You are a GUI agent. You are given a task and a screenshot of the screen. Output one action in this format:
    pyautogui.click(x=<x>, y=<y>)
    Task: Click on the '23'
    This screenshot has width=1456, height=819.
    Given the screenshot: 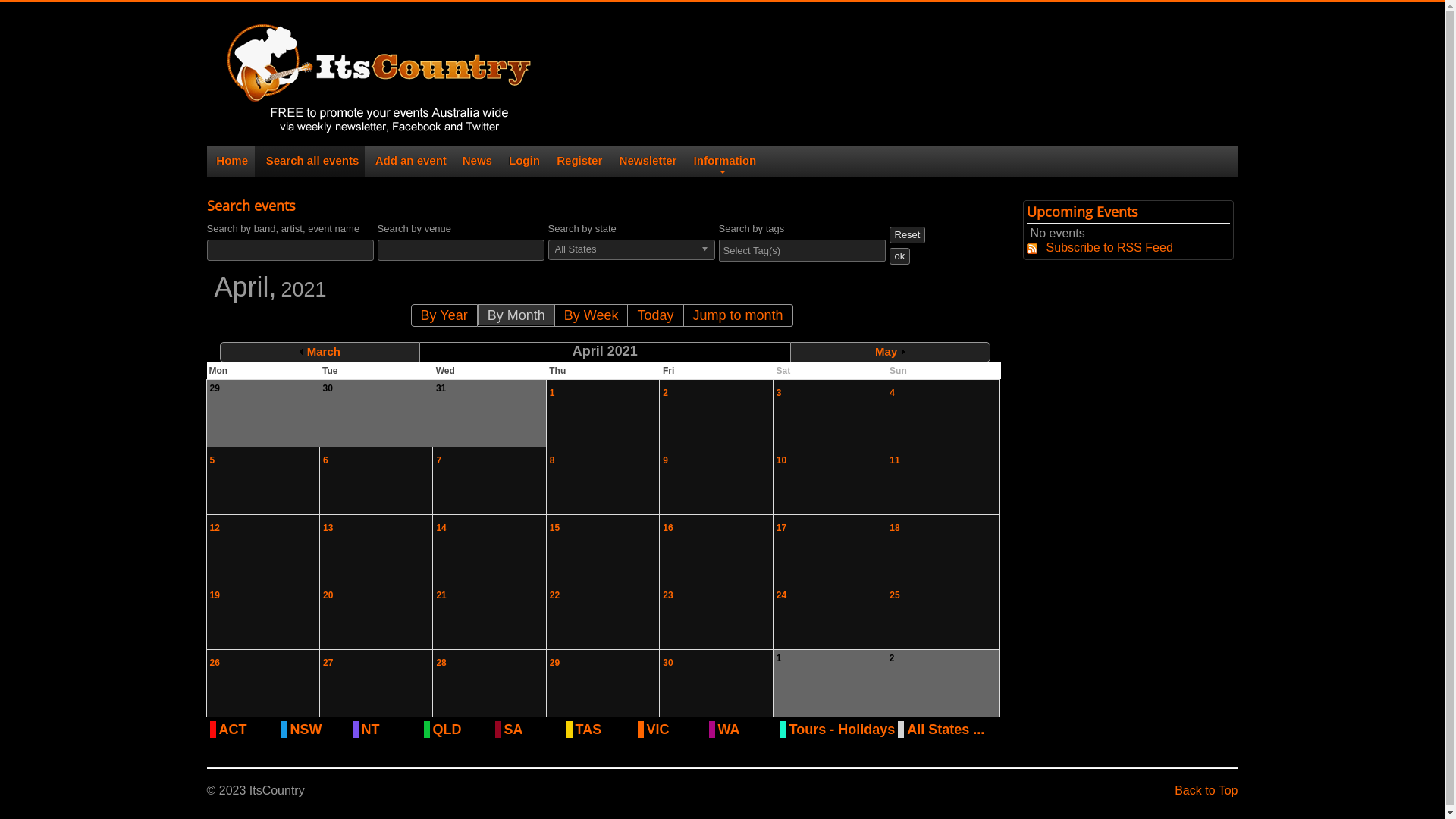 What is the action you would take?
    pyautogui.click(x=662, y=595)
    